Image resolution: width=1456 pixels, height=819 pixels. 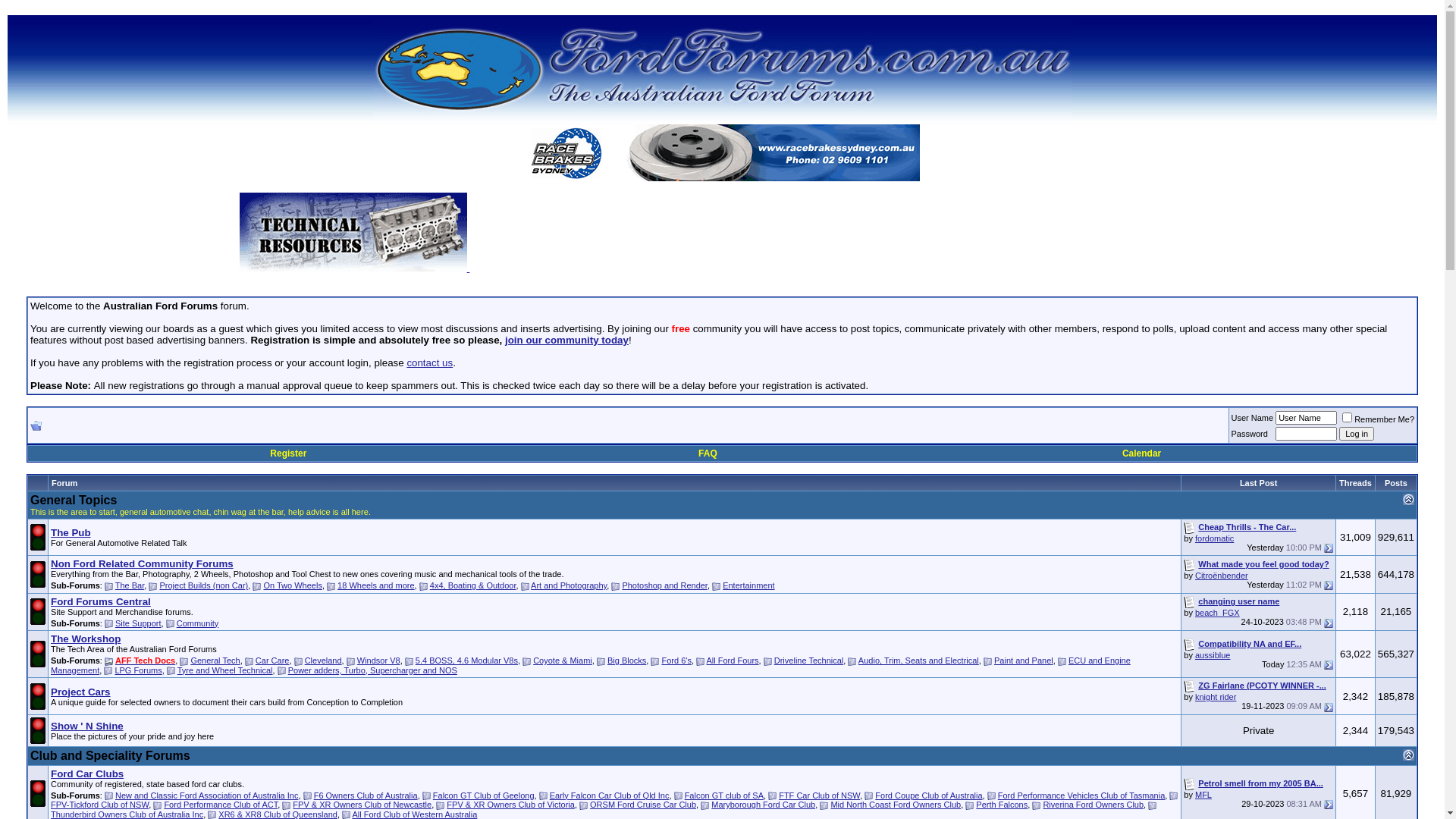 What do you see at coordinates (483, 795) in the screenshot?
I see `'Falcon GT Club of Geelong'` at bounding box center [483, 795].